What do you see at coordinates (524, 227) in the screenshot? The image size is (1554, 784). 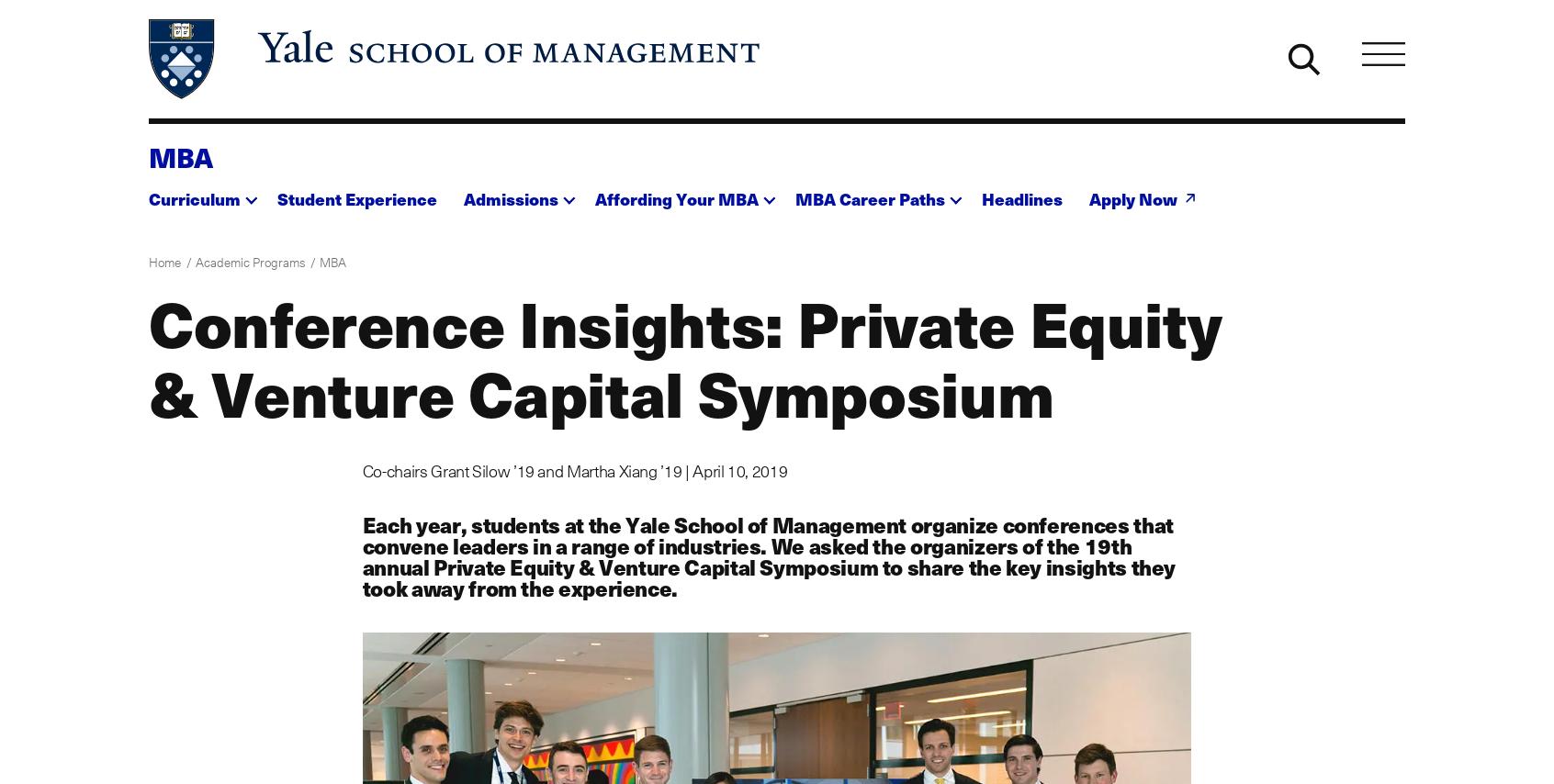 I see `'MBA Admissions'` at bounding box center [524, 227].